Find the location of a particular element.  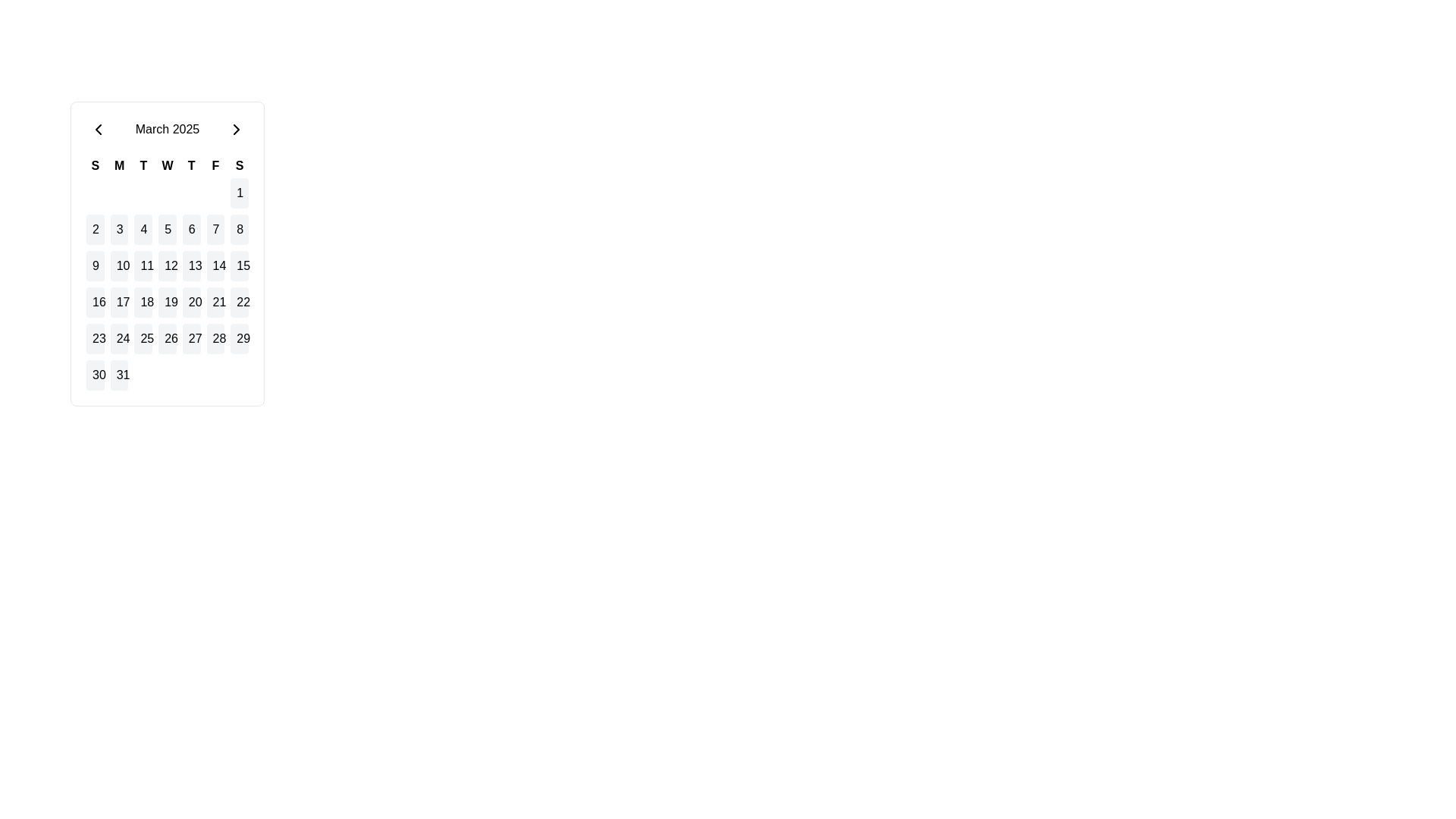

the selectable calendar date button for the date '13' located in the third week row and sixth column of the calendar grid is located at coordinates (190, 265).